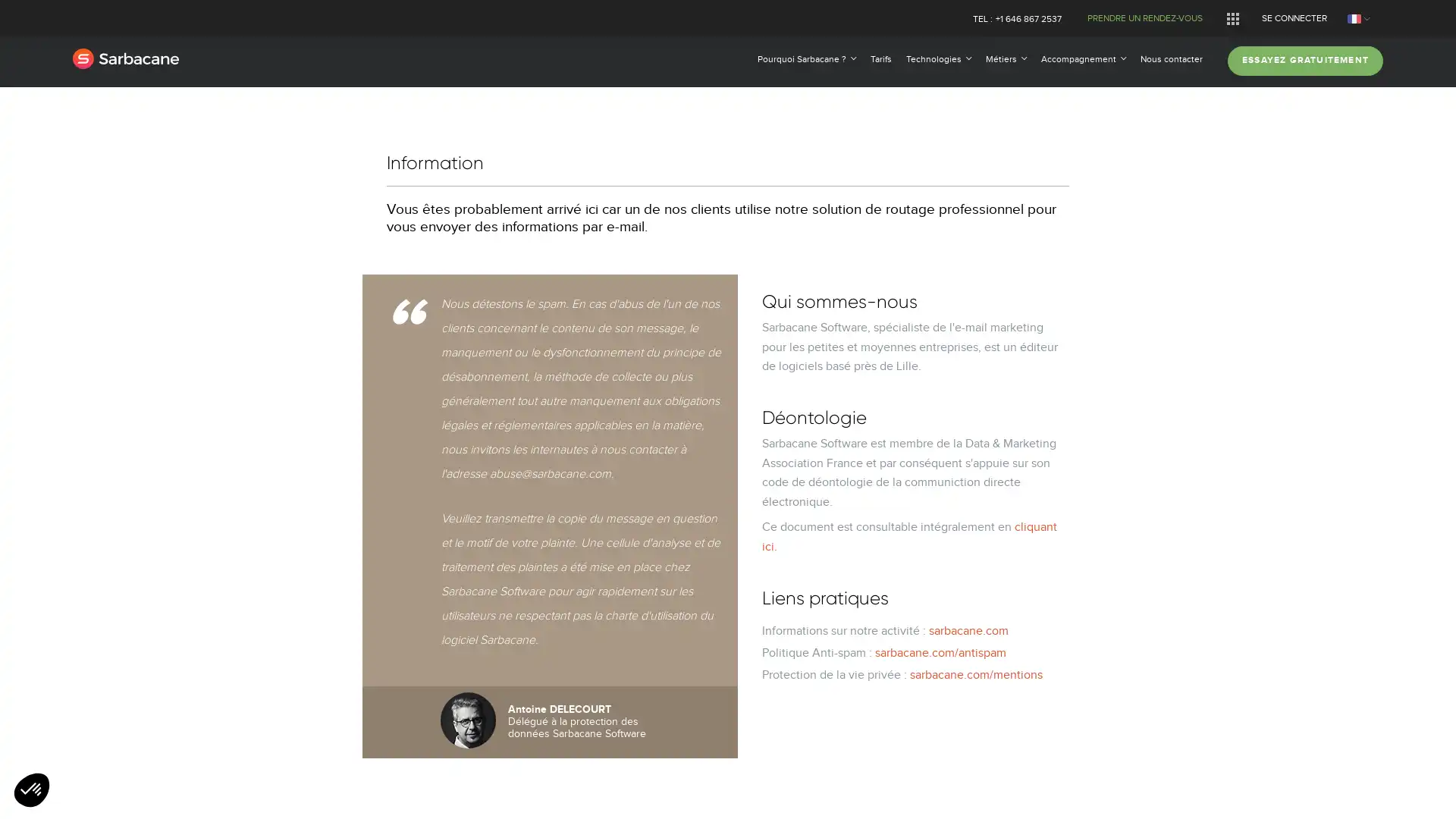 The image size is (1456, 819). What do you see at coordinates (848, 513) in the screenshot?
I see `OK pour moi` at bounding box center [848, 513].